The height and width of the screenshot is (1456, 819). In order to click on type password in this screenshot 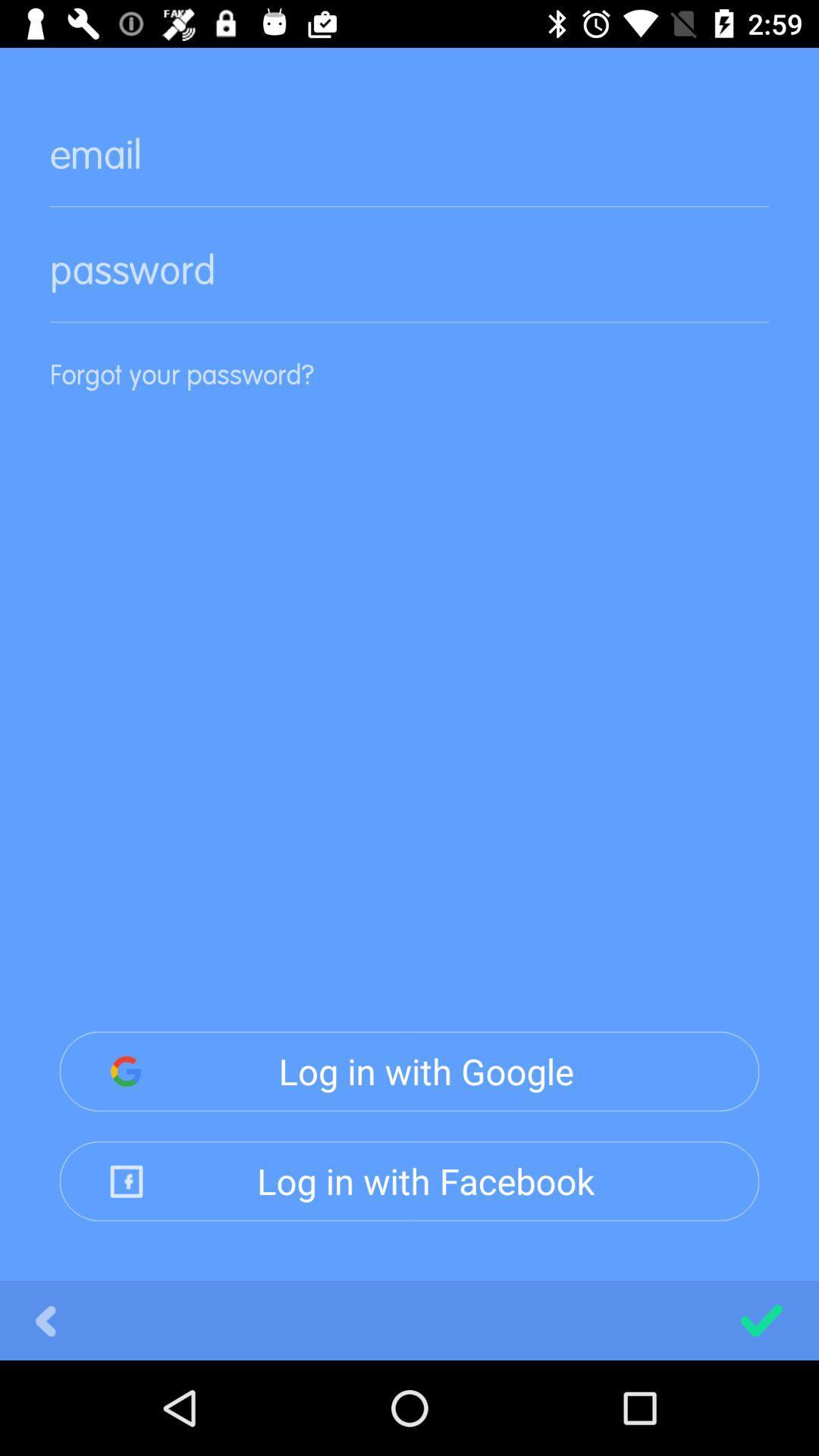, I will do `click(409, 282)`.